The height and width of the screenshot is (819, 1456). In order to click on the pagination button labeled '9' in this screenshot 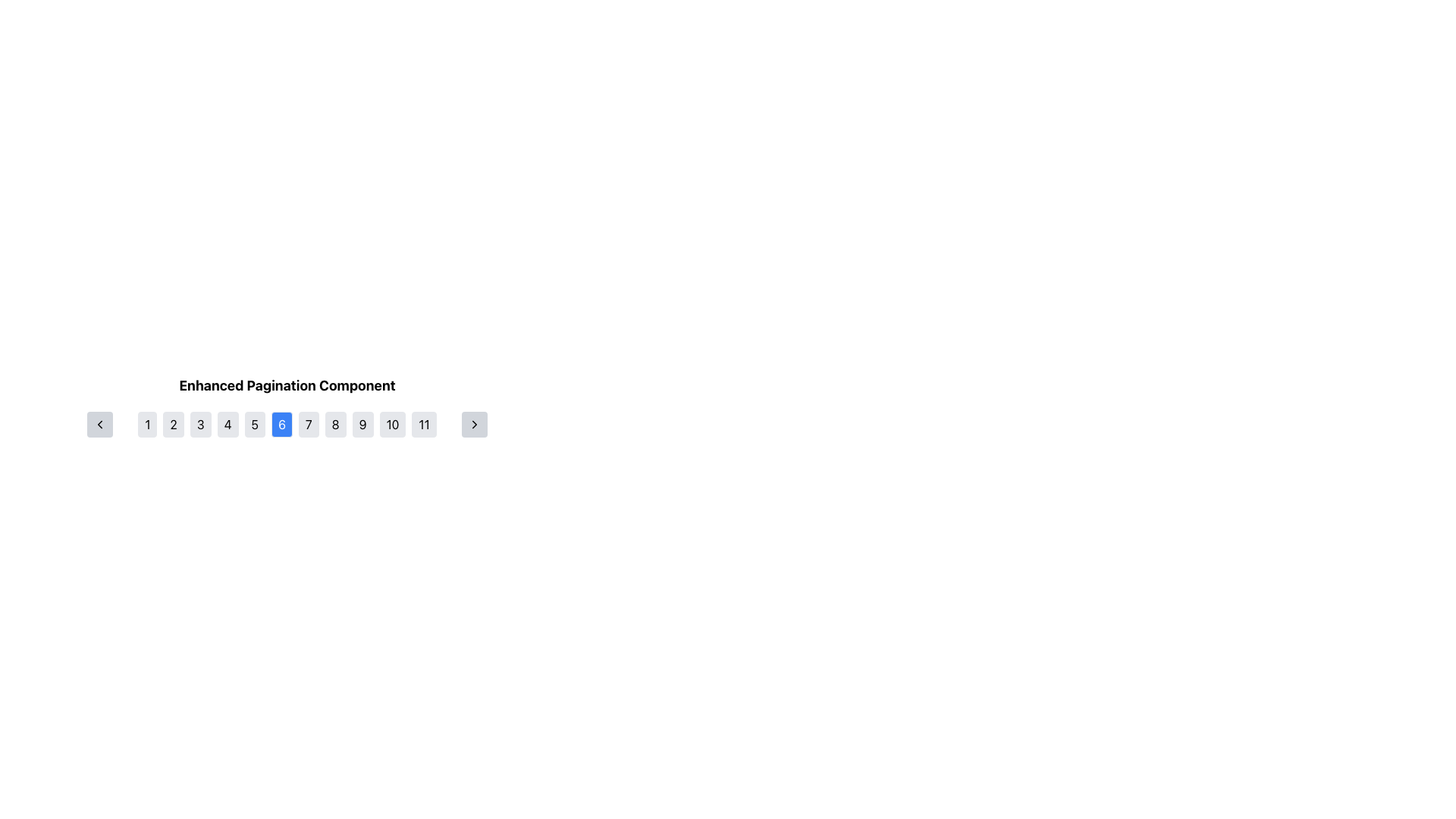, I will do `click(362, 424)`.